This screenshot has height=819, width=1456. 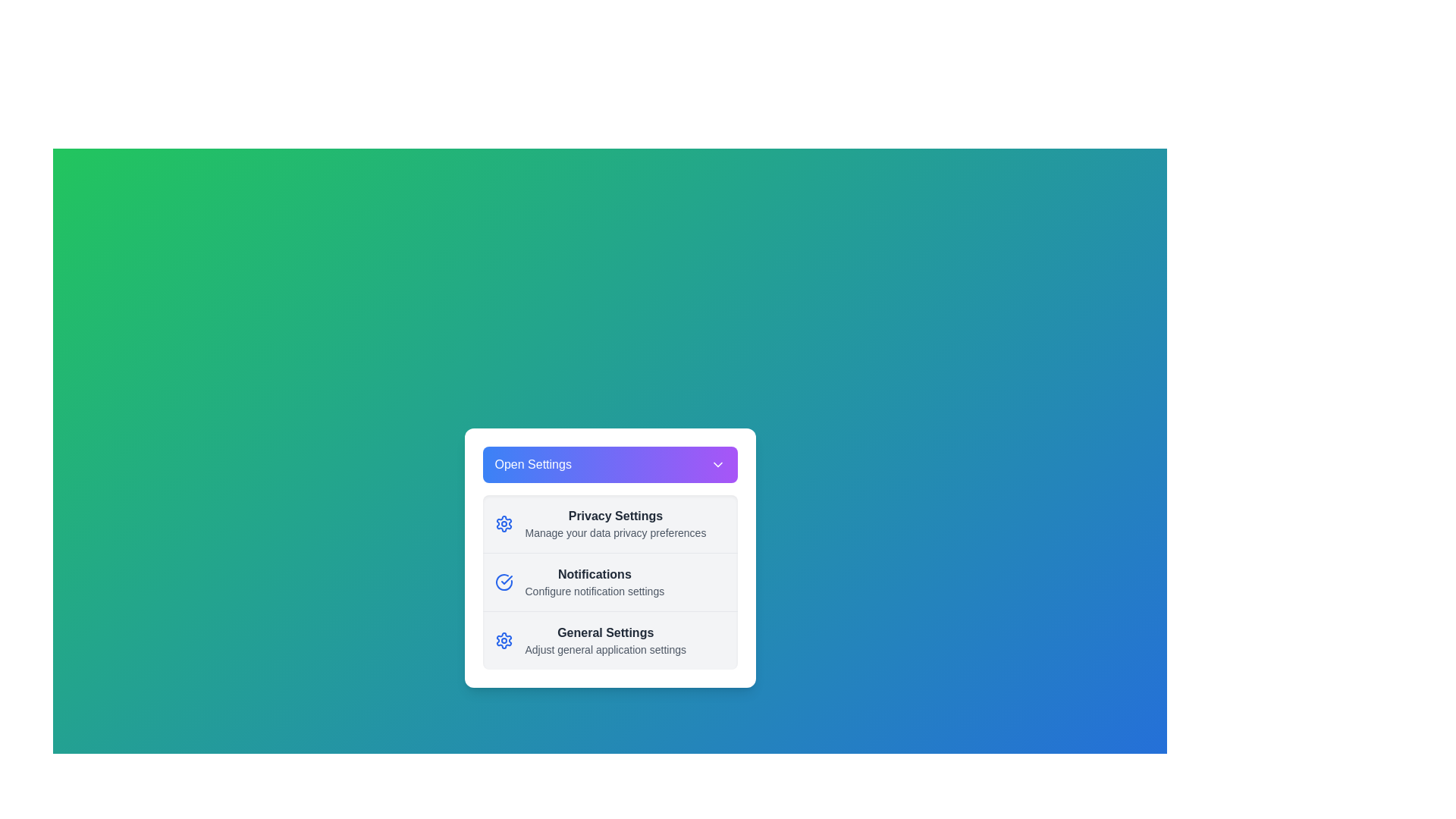 What do you see at coordinates (504, 522) in the screenshot?
I see `the icon for Privacy Settings` at bounding box center [504, 522].